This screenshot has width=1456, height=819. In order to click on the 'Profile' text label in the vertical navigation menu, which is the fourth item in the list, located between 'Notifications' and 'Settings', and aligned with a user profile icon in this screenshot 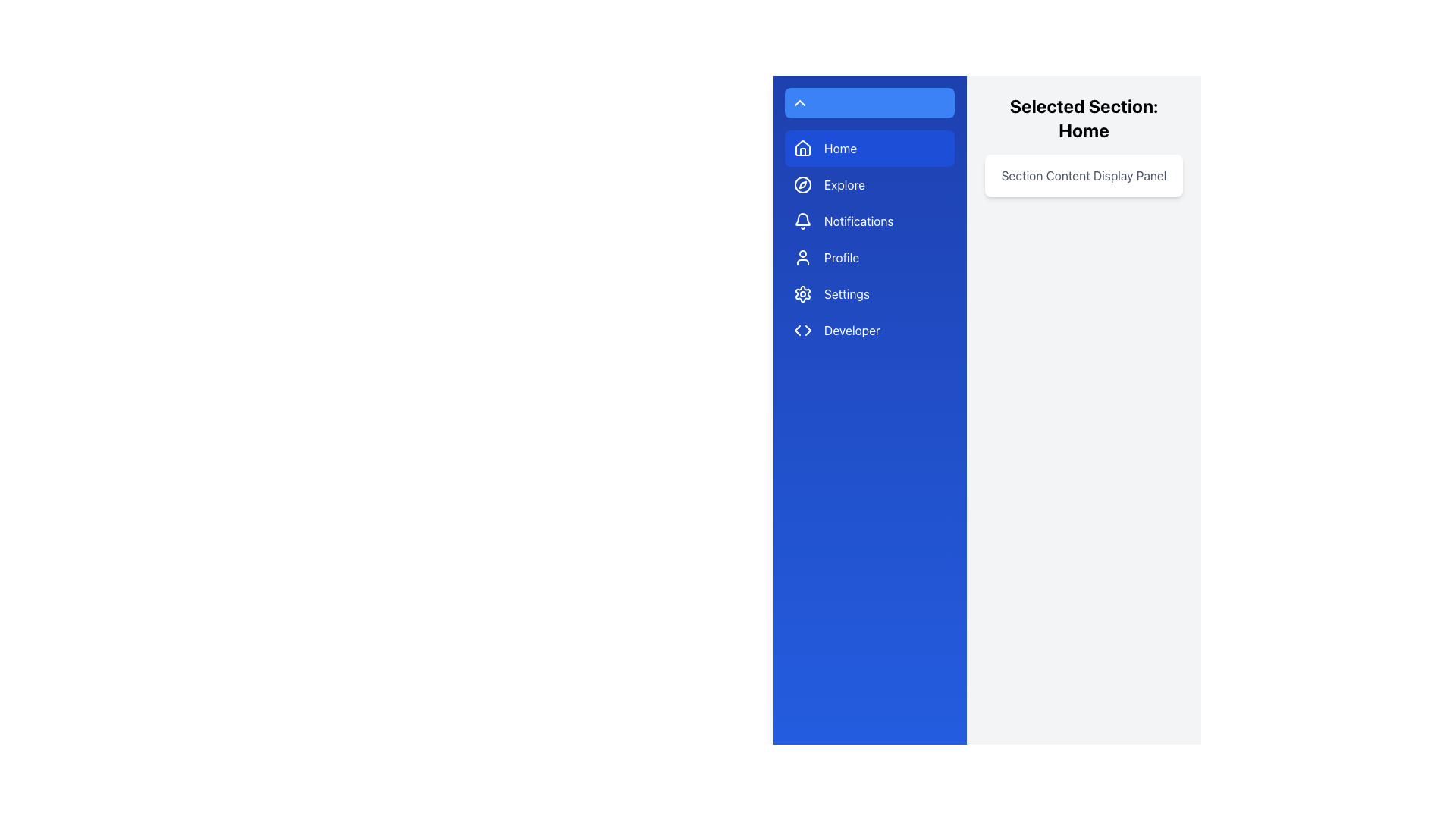, I will do `click(841, 256)`.